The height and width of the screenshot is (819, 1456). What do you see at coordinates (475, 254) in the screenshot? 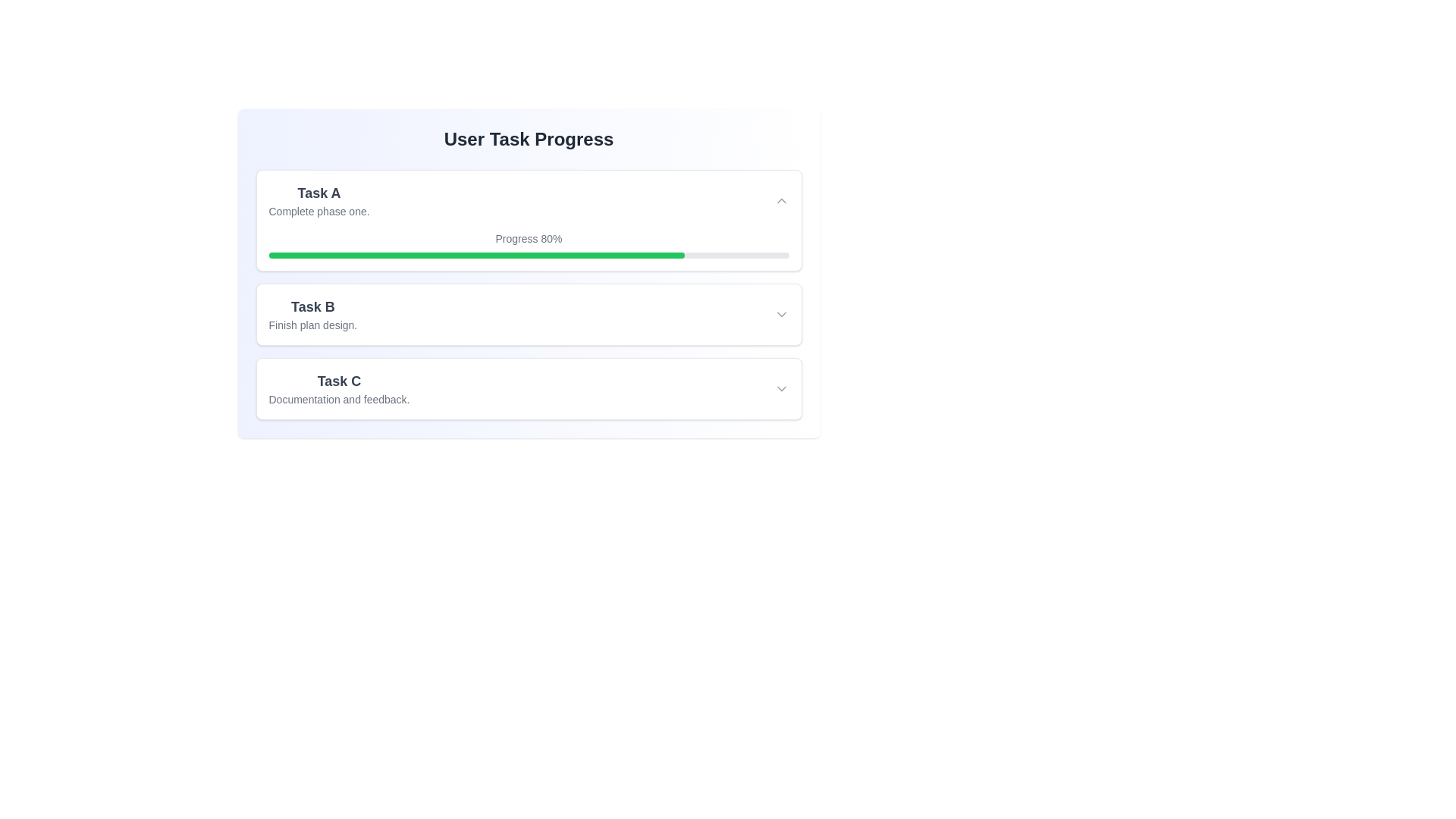
I see `the green progress bar that visually represents 80% completion, located below the label 'Progress 80%'` at bounding box center [475, 254].